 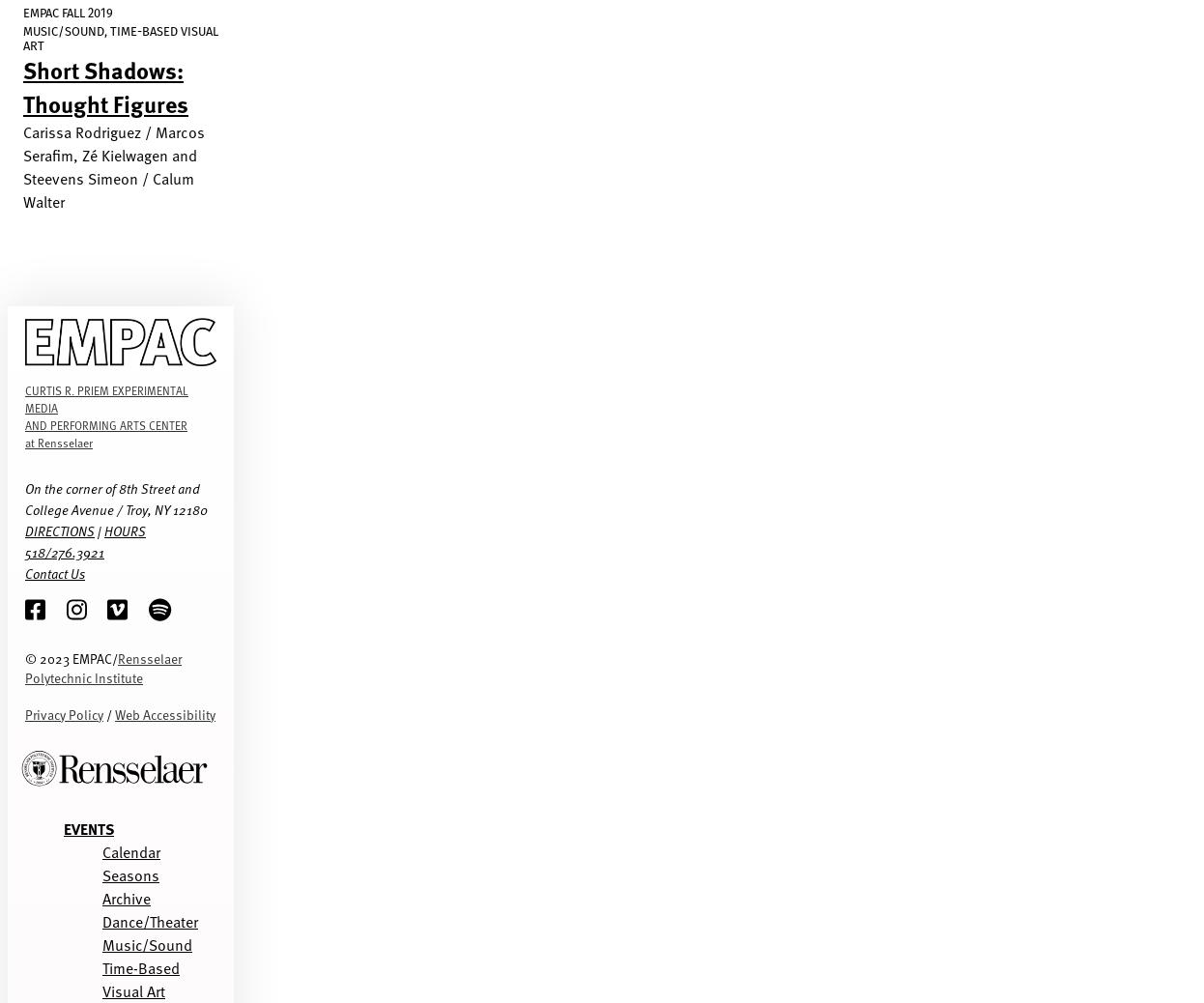 What do you see at coordinates (108, 712) in the screenshot?
I see `'/'` at bounding box center [108, 712].